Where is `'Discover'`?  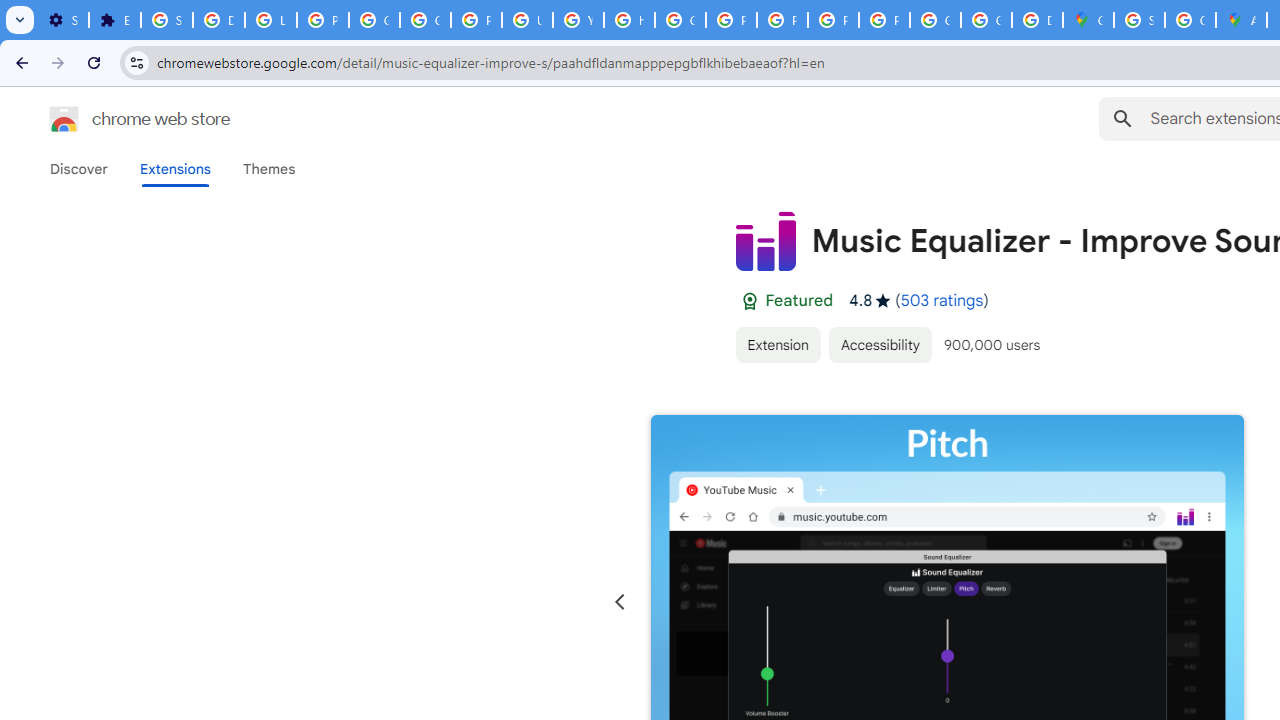 'Discover' is located at coordinates (79, 168).